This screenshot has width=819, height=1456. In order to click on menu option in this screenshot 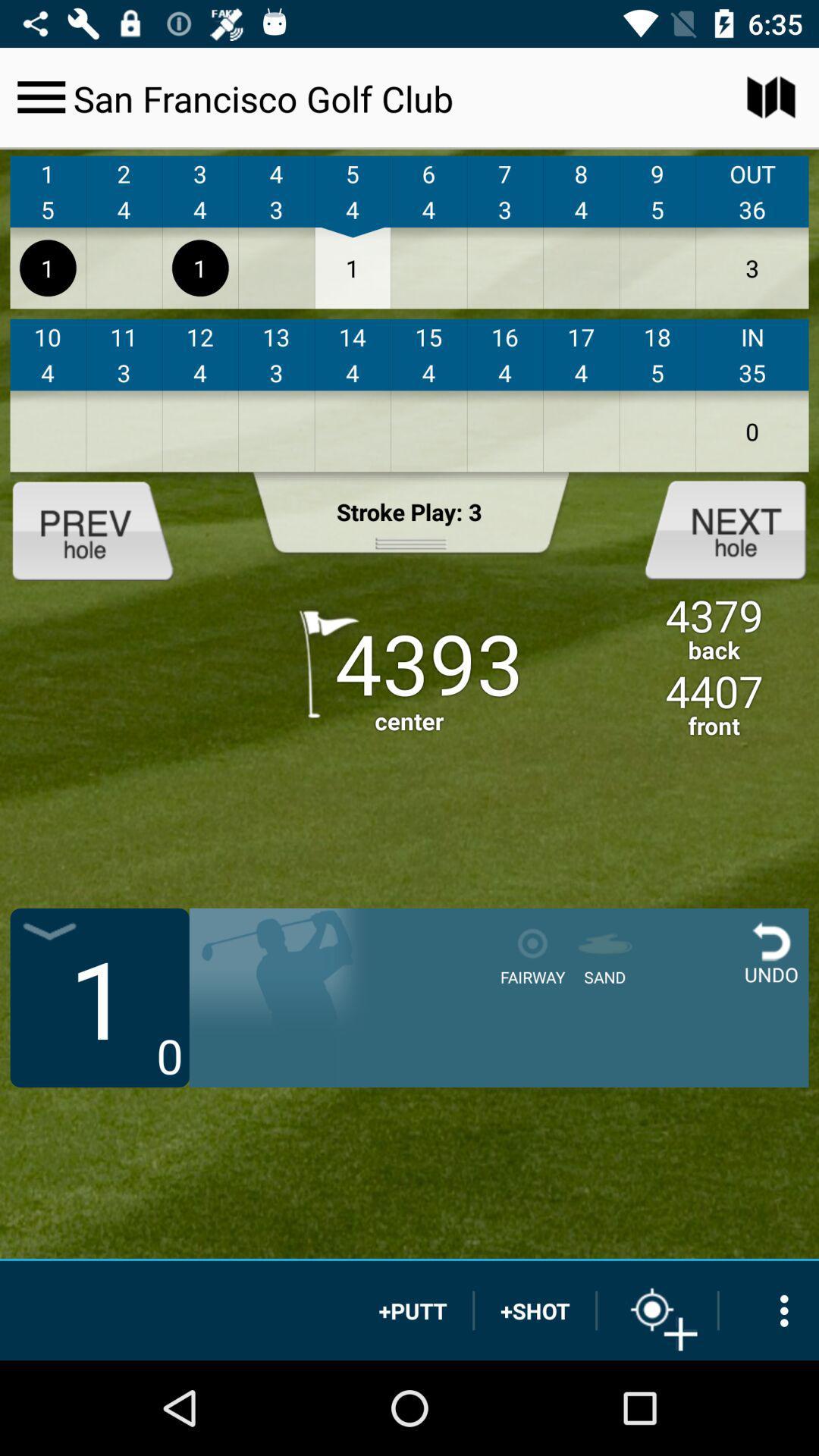, I will do `click(40, 96)`.